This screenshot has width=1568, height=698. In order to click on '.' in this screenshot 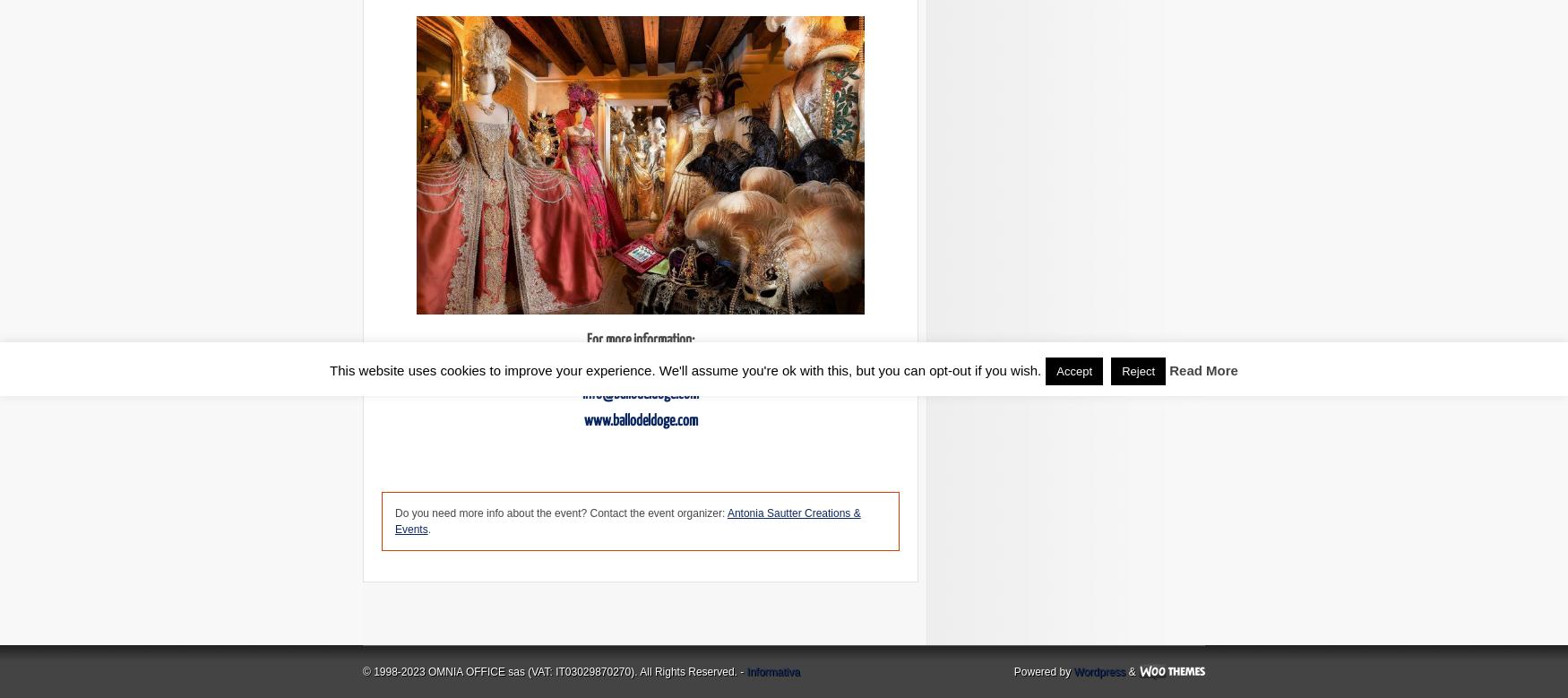, I will do `click(428, 529)`.